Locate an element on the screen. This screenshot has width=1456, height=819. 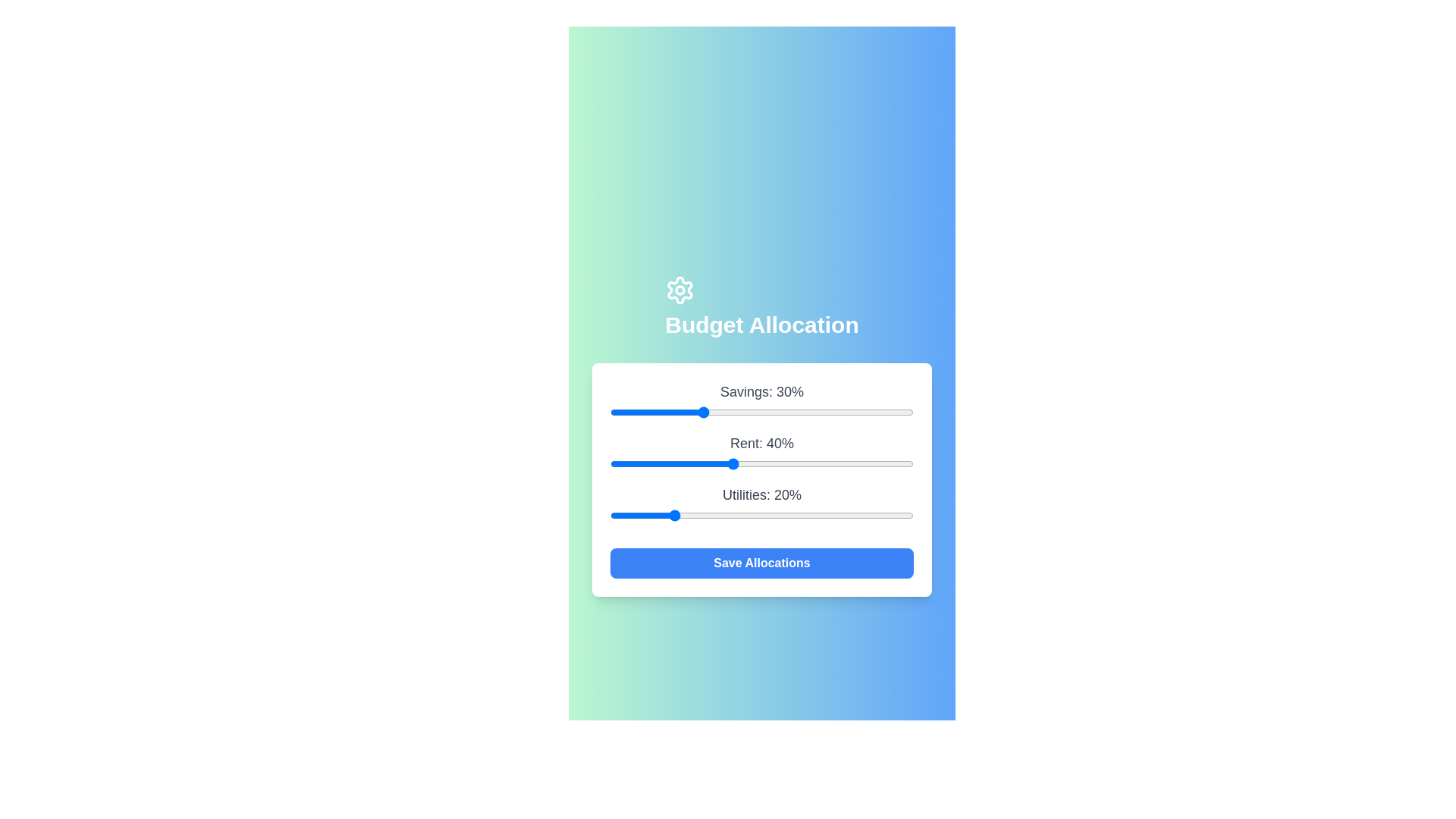
the 'Savings' slider to 0% is located at coordinates (610, 412).